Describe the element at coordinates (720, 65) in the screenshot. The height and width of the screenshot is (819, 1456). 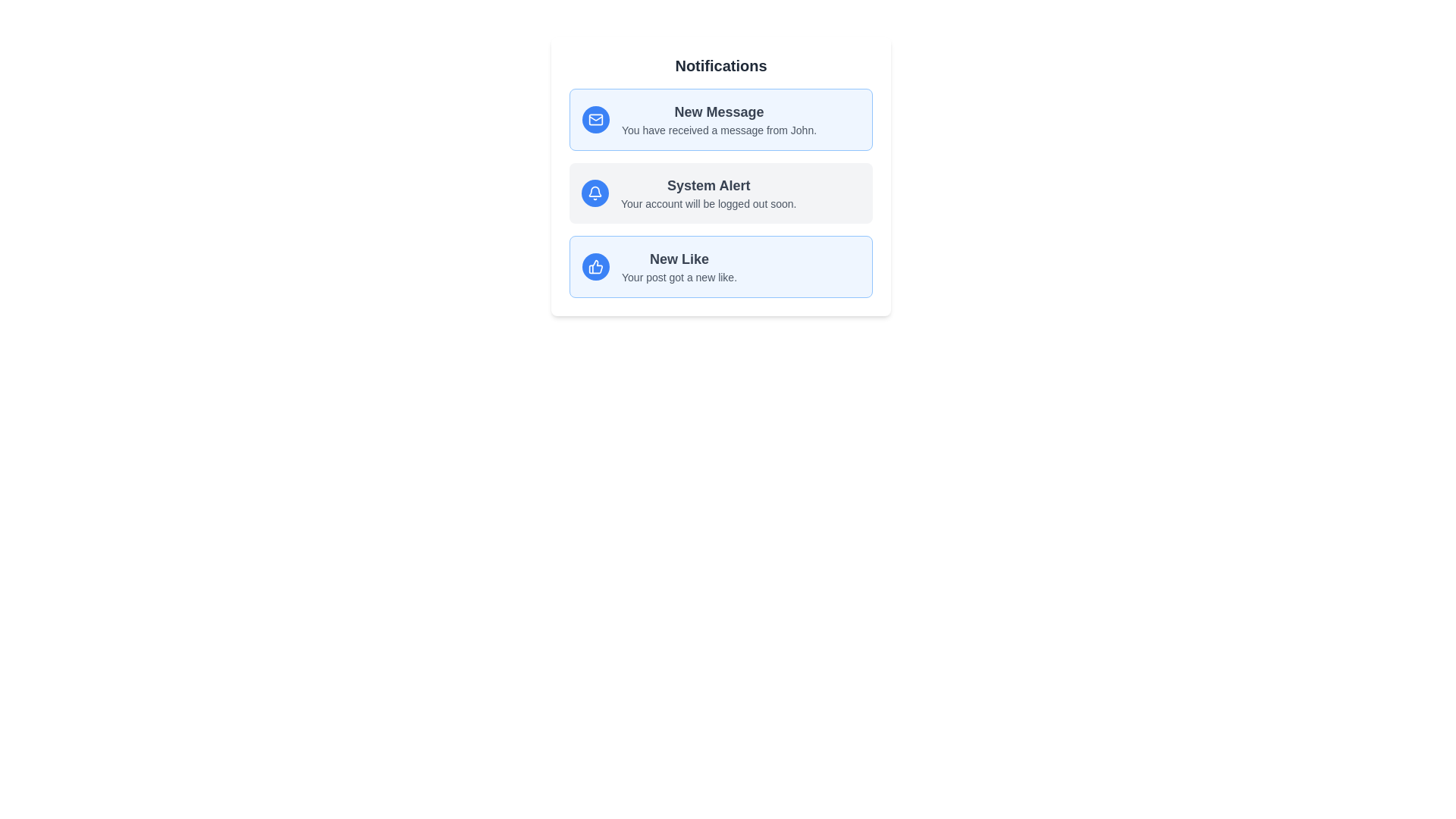
I see `the notification panel title to view its content` at that location.